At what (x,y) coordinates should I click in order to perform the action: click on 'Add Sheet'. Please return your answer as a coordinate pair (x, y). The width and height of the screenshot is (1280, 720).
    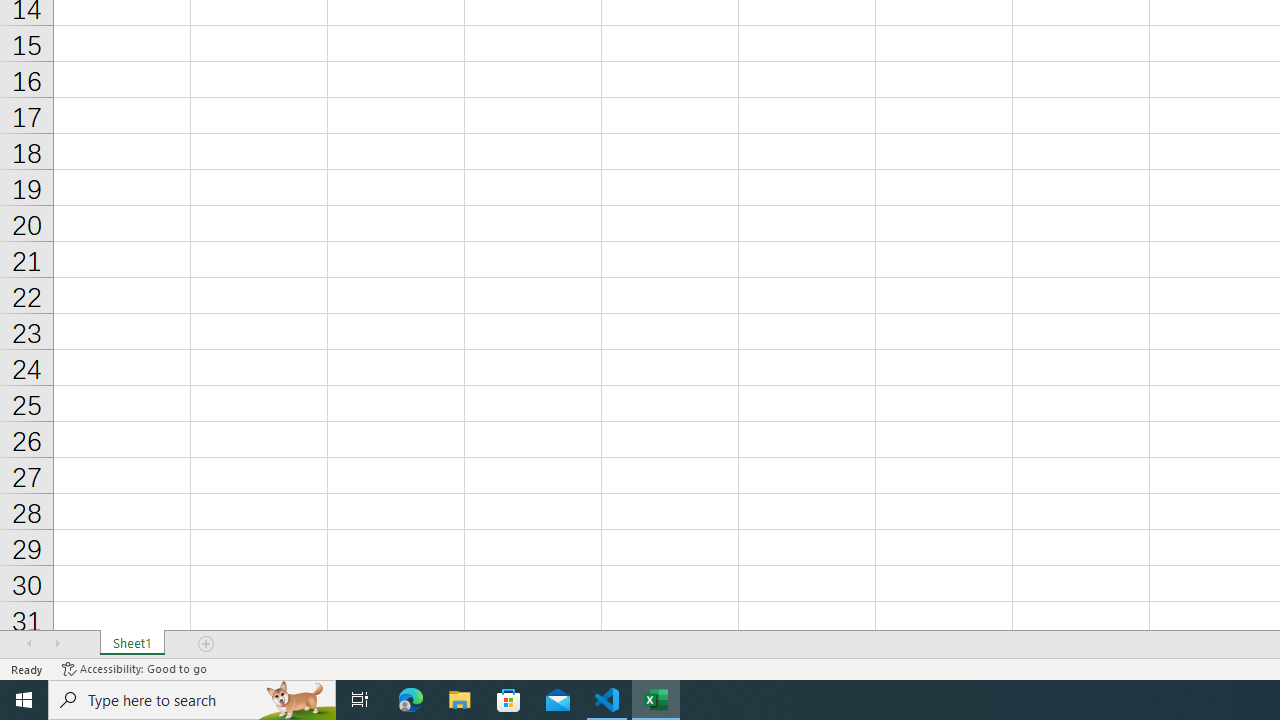
    Looking at the image, I should click on (207, 644).